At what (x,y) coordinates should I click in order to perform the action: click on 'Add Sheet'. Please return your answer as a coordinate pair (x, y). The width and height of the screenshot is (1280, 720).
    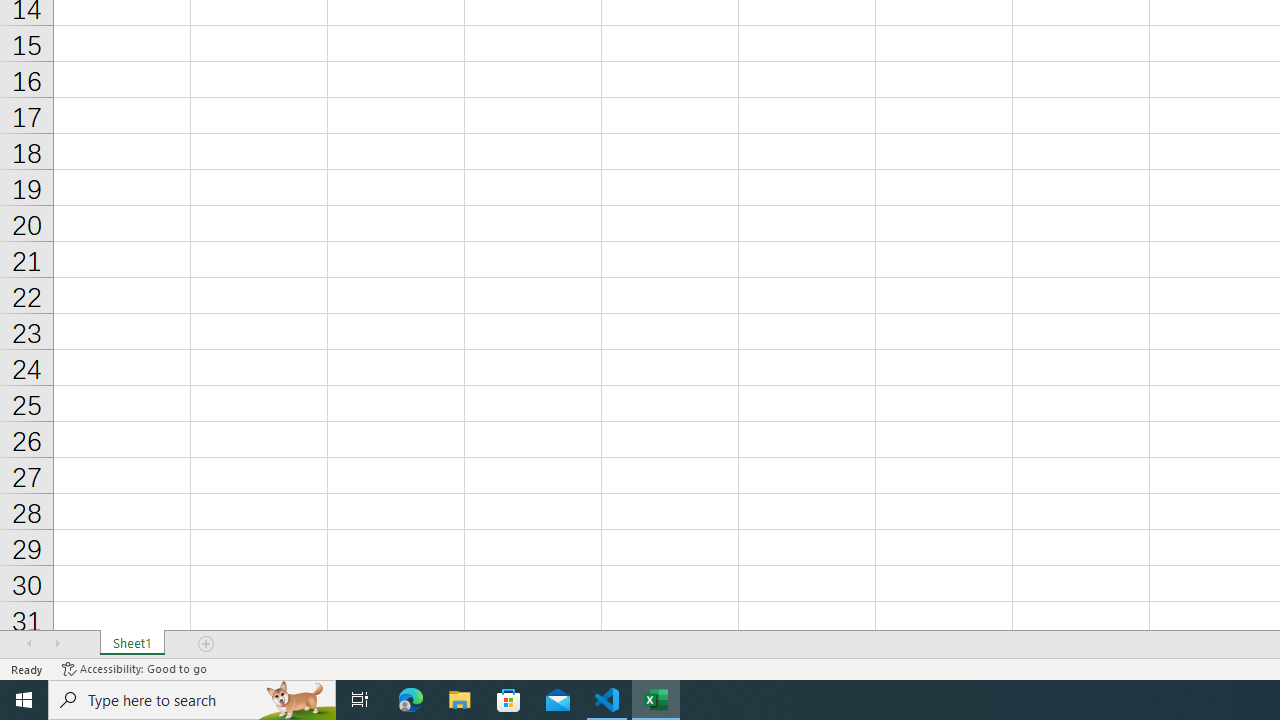
    Looking at the image, I should click on (207, 644).